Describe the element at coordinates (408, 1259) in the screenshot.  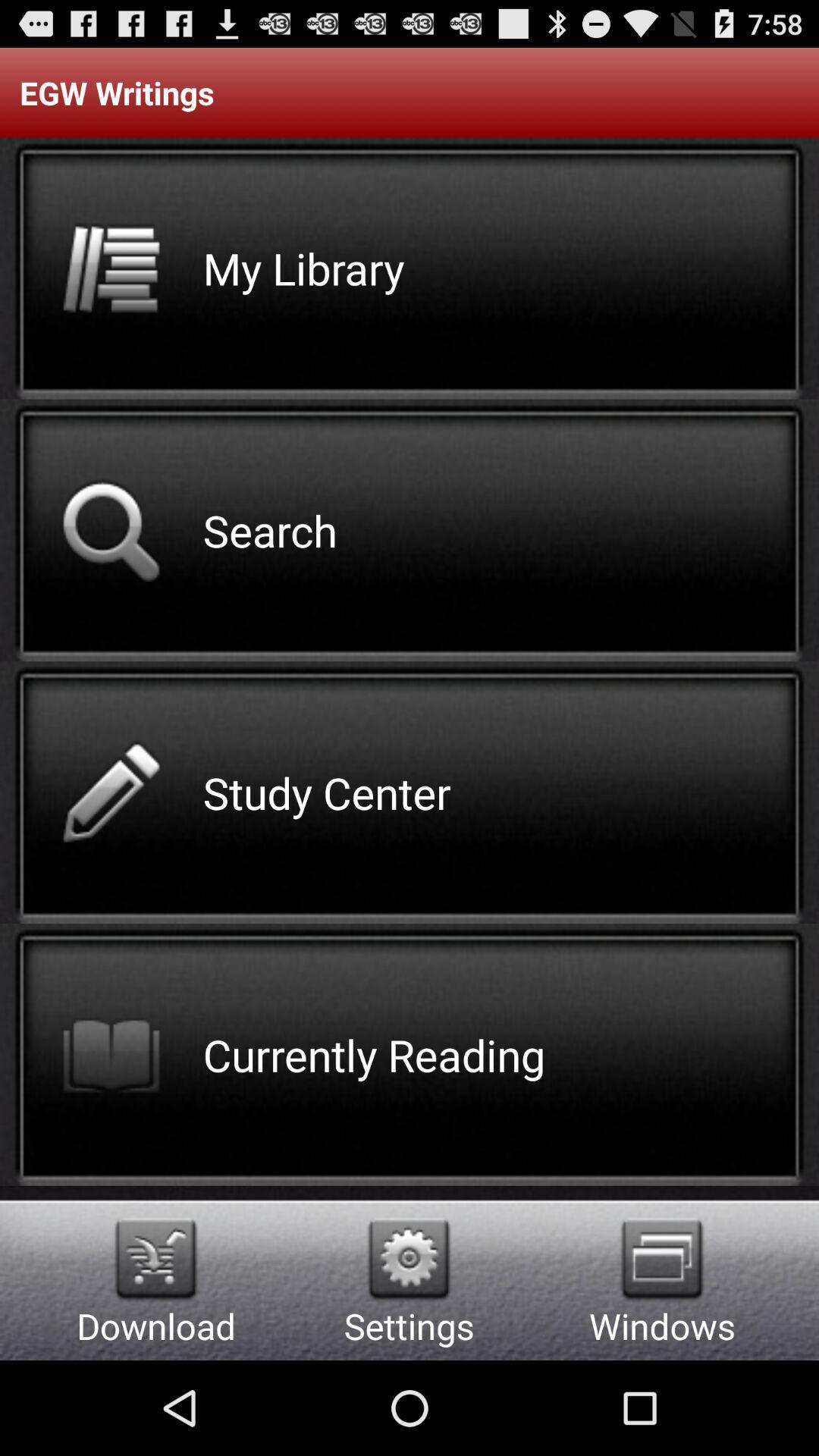
I see `app above settings` at that location.